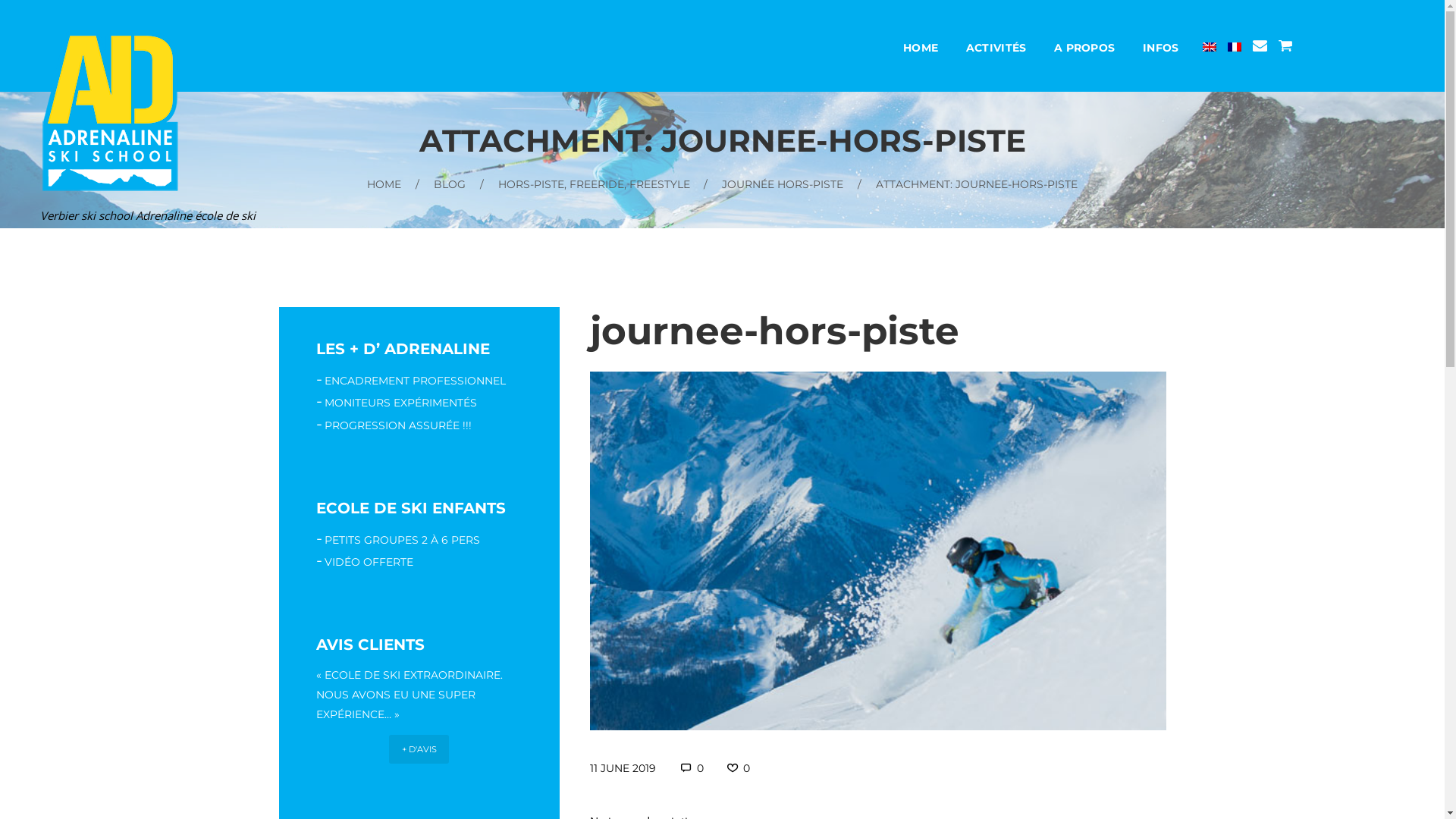 The height and width of the screenshot is (819, 1456). I want to click on 'HORS-PISTE, FREERIDE, FREESTYLE', so click(592, 182).